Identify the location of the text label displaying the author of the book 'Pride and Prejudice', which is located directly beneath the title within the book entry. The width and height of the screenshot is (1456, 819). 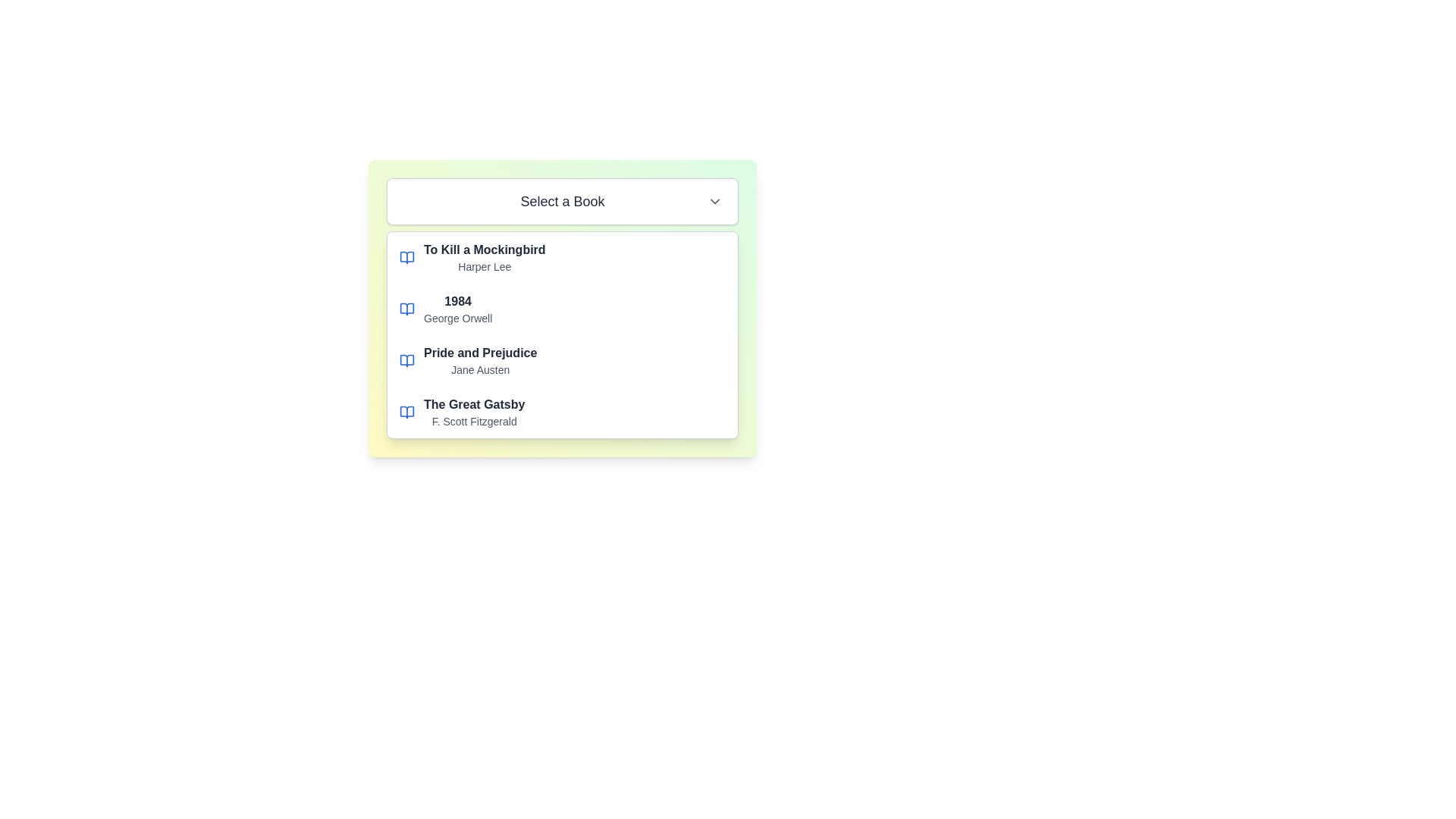
(479, 370).